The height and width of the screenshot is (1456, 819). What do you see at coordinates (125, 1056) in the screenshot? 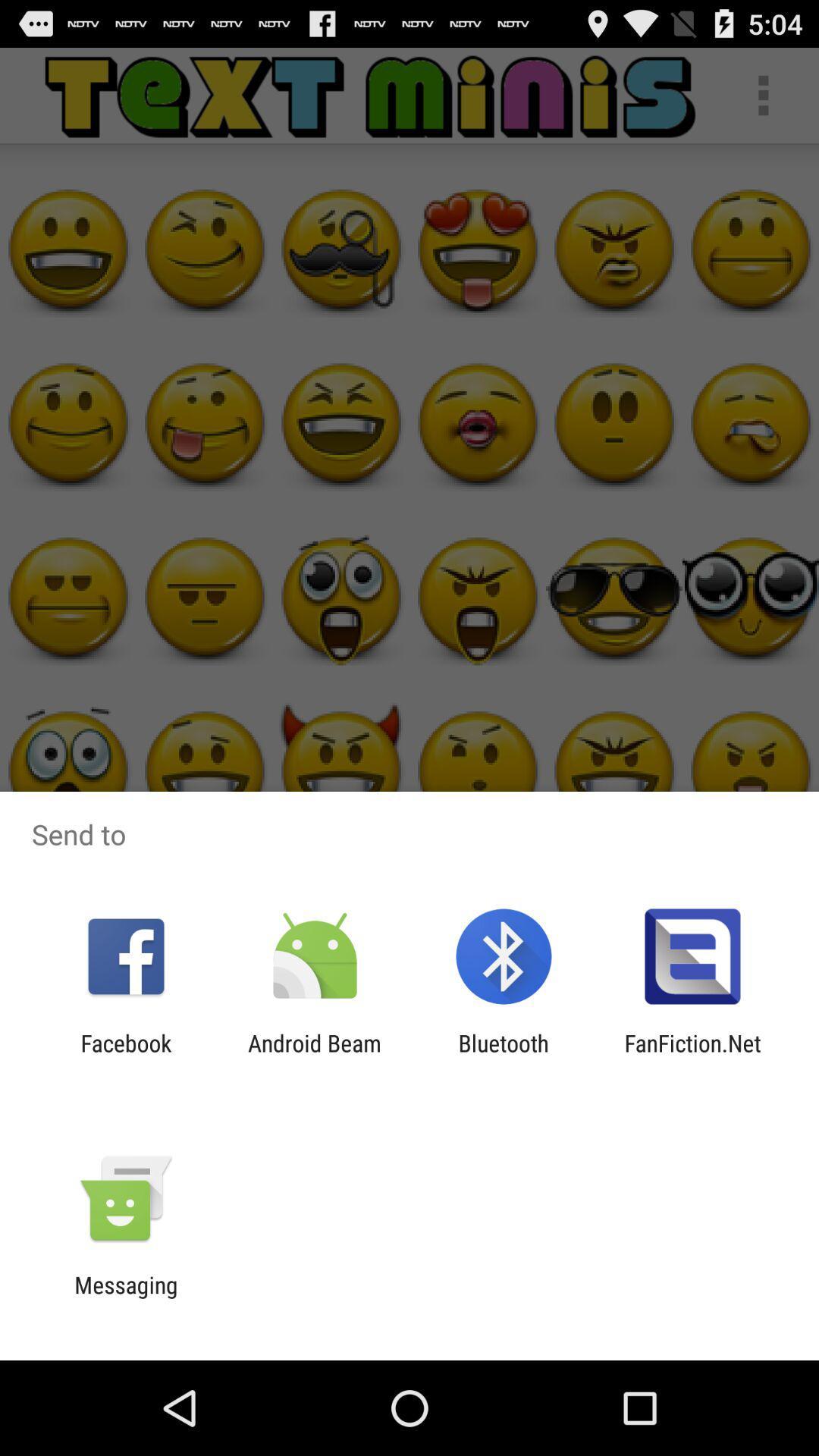
I see `the app next to android beam icon` at bounding box center [125, 1056].